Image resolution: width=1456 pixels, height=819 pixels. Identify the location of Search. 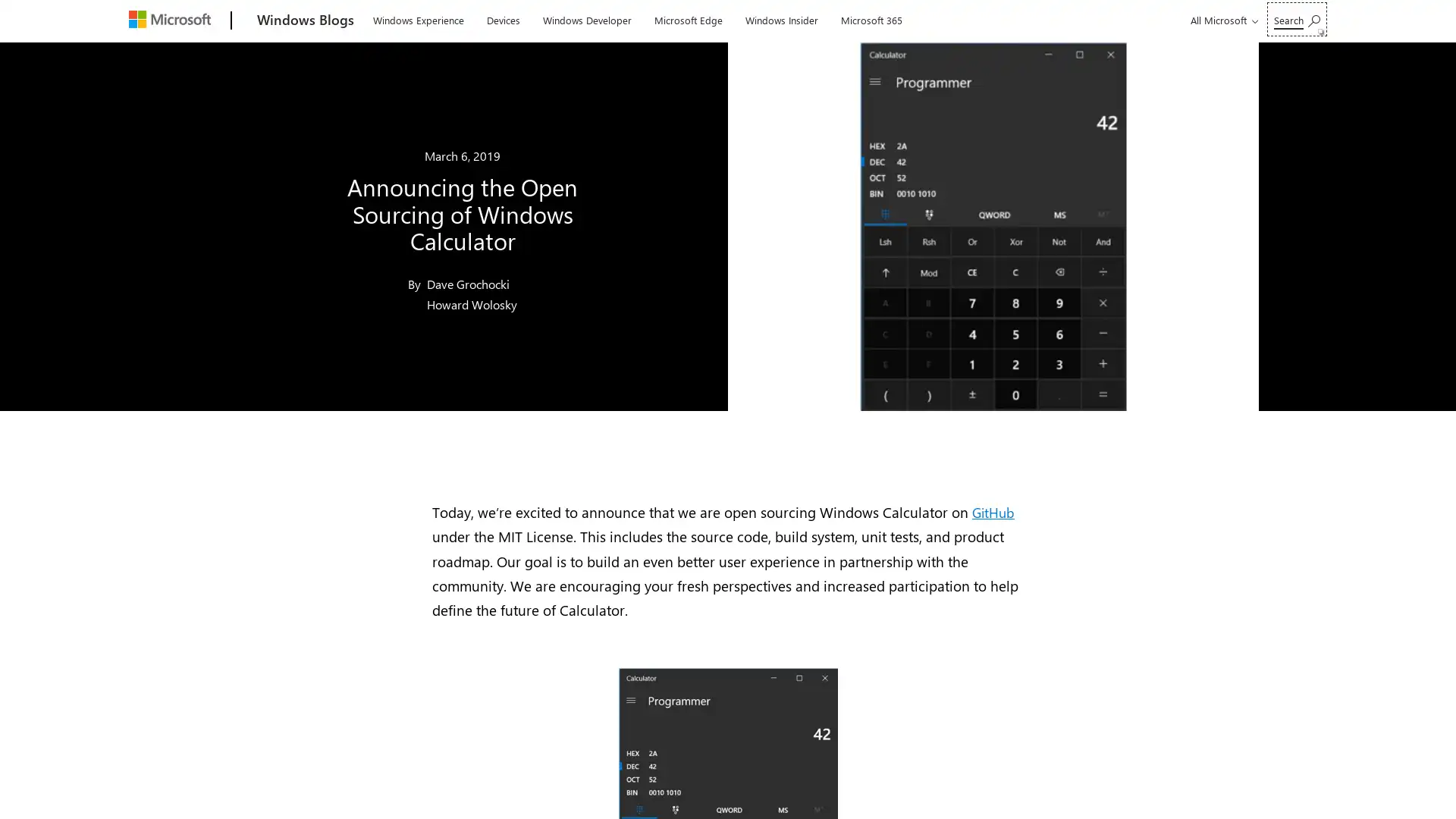
(1296, 19).